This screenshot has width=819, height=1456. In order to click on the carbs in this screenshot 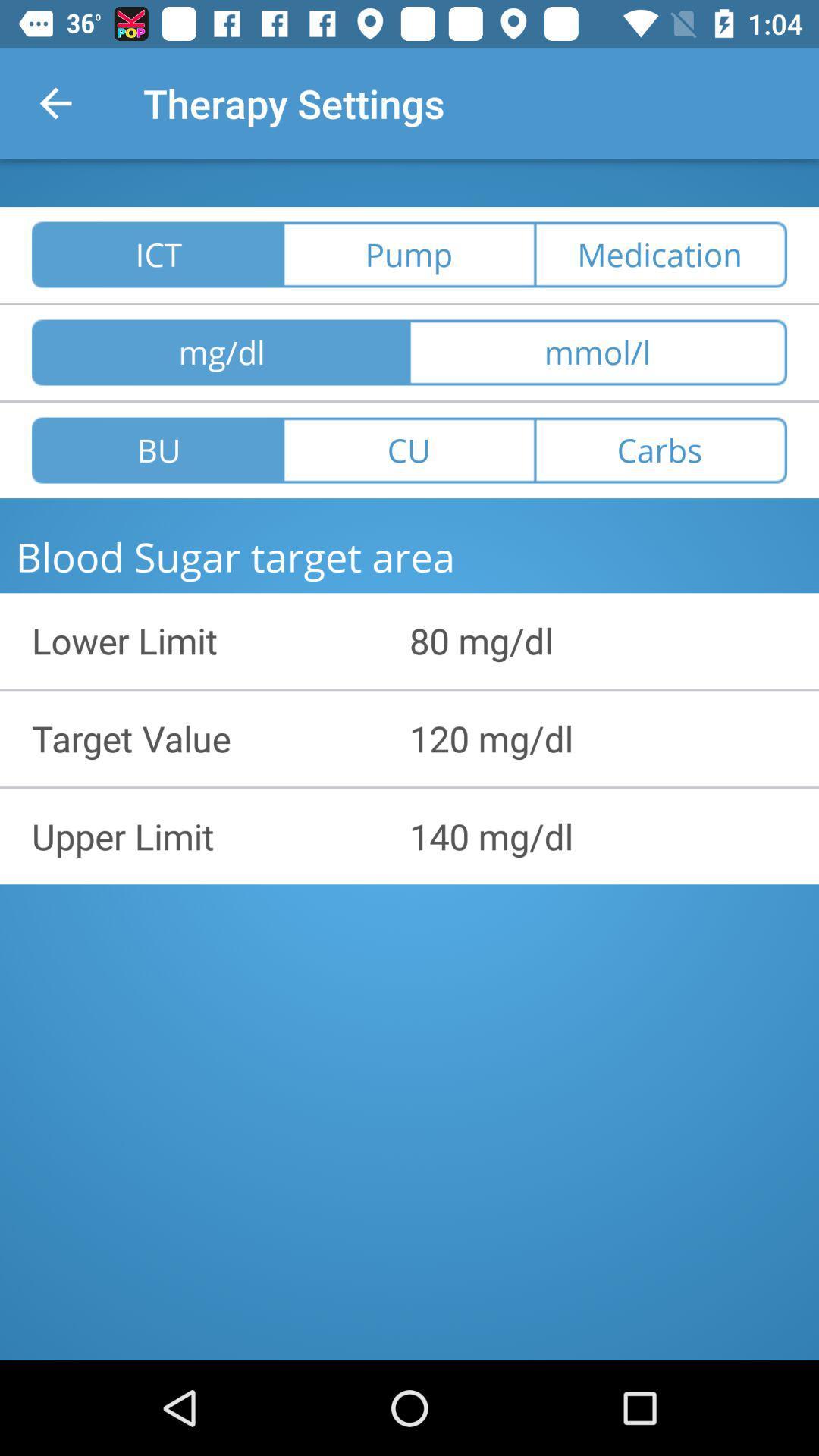, I will do `click(660, 450)`.